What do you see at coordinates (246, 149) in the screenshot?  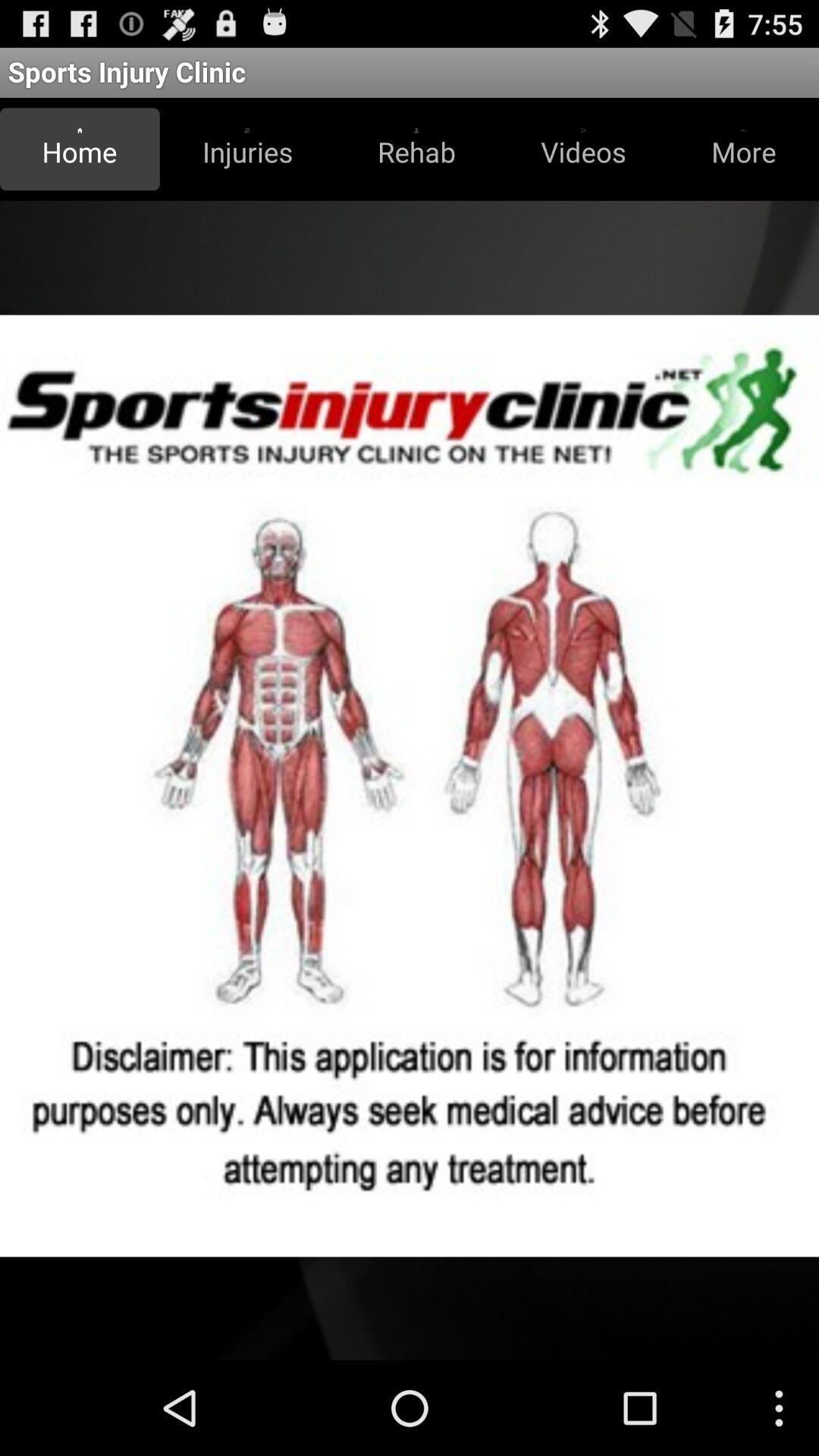 I see `the icon next to home` at bounding box center [246, 149].